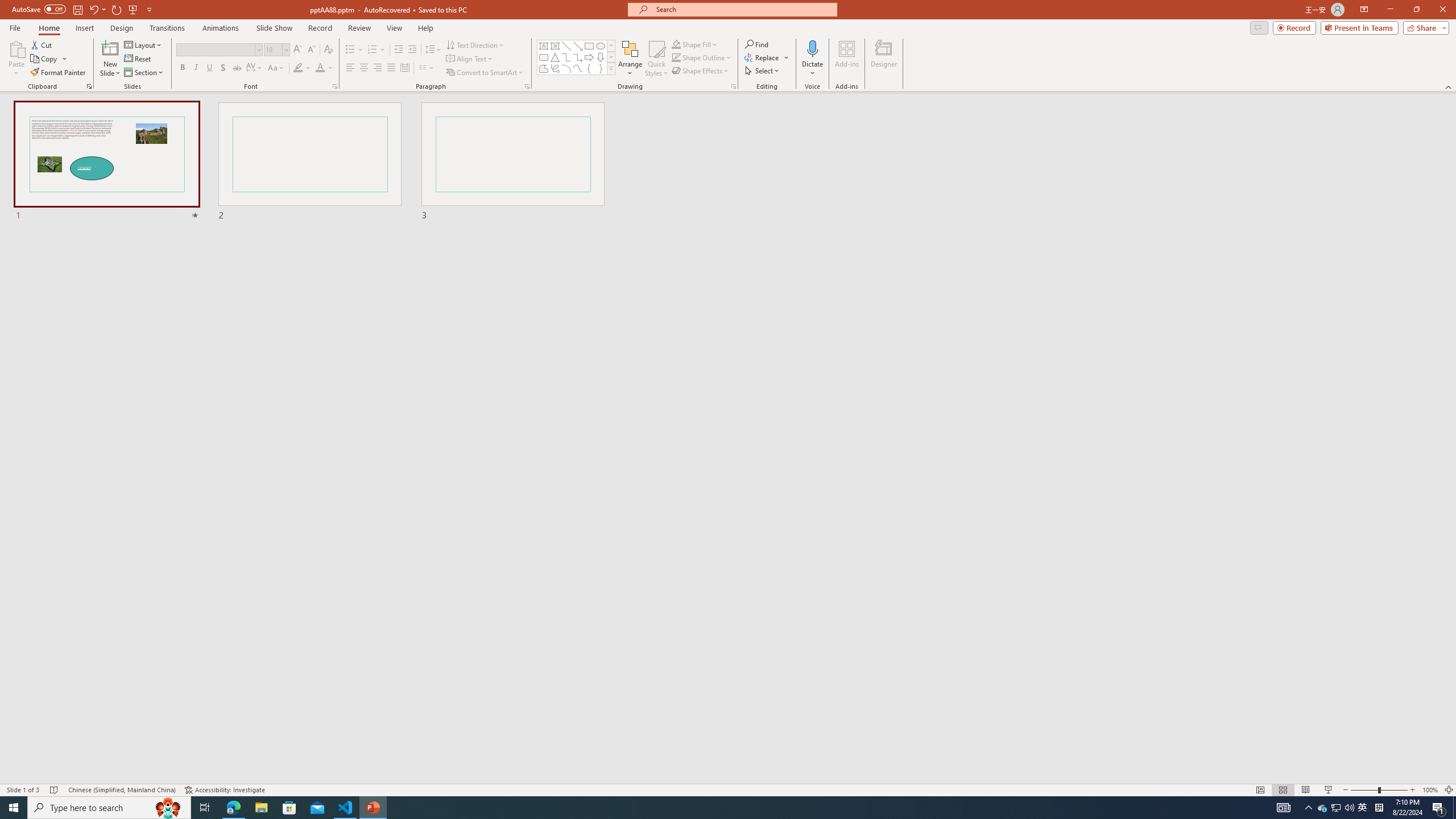 The height and width of the screenshot is (819, 1456). What do you see at coordinates (1430, 790) in the screenshot?
I see `'Zoom 100%'` at bounding box center [1430, 790].